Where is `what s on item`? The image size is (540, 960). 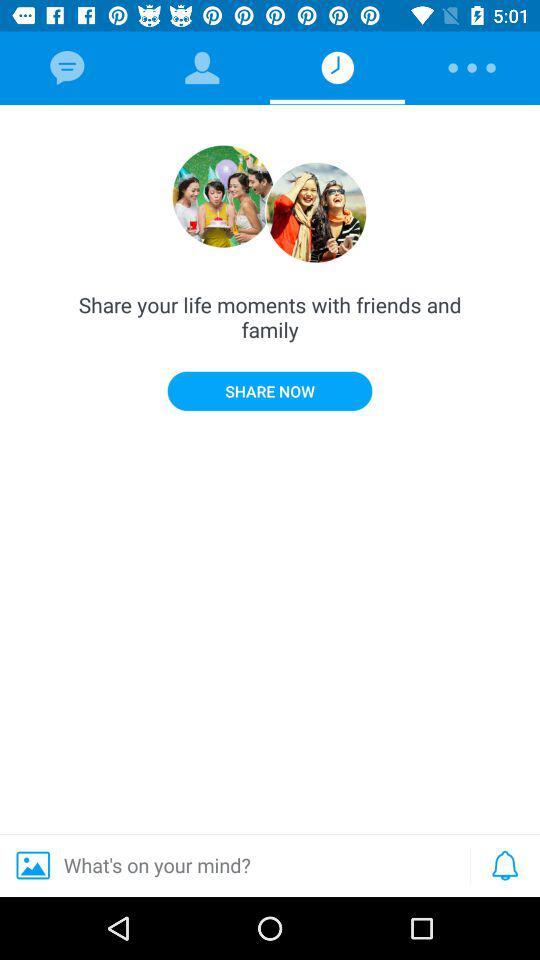 what s on item is located at coordinates (231, 864).